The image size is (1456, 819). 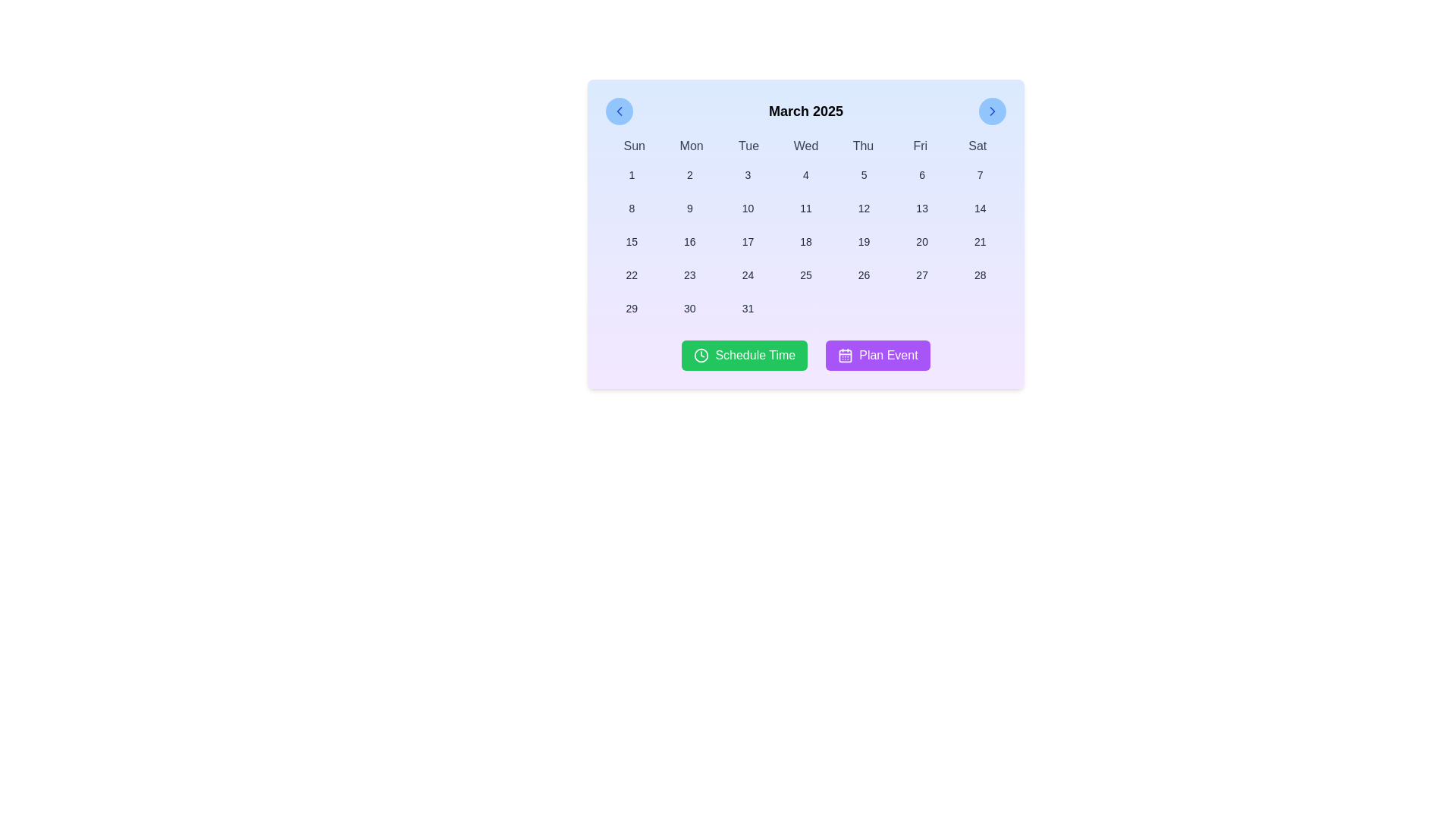 What do you see at coordinates (632, 241) in the screenshot?
I see `the selectable day button for date '15' located in the fourth row and first column of the calendar interface` at bounding box center [632, 241].